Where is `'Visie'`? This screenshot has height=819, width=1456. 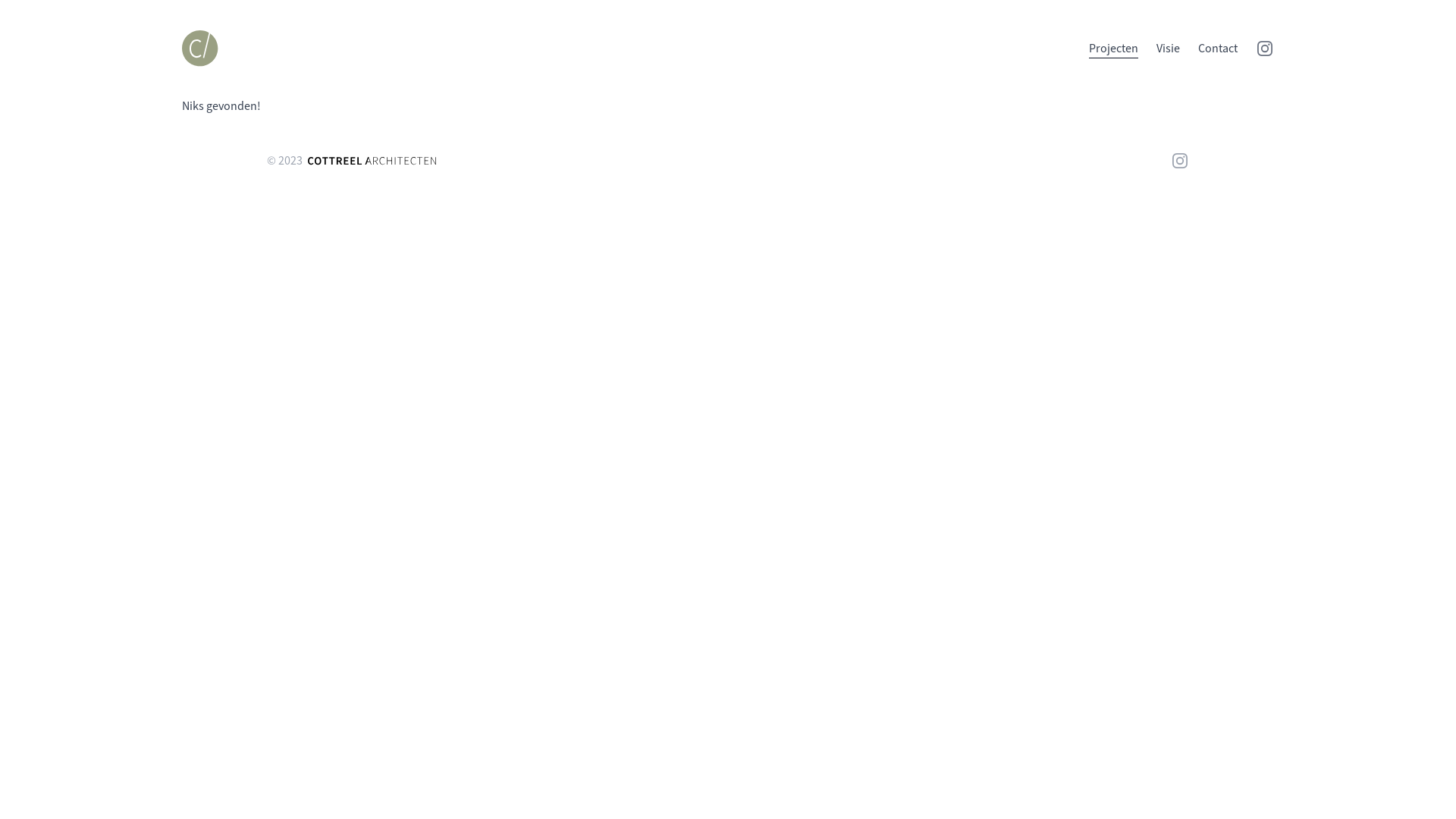 'Visie' is located at coordinates (1167, 48).